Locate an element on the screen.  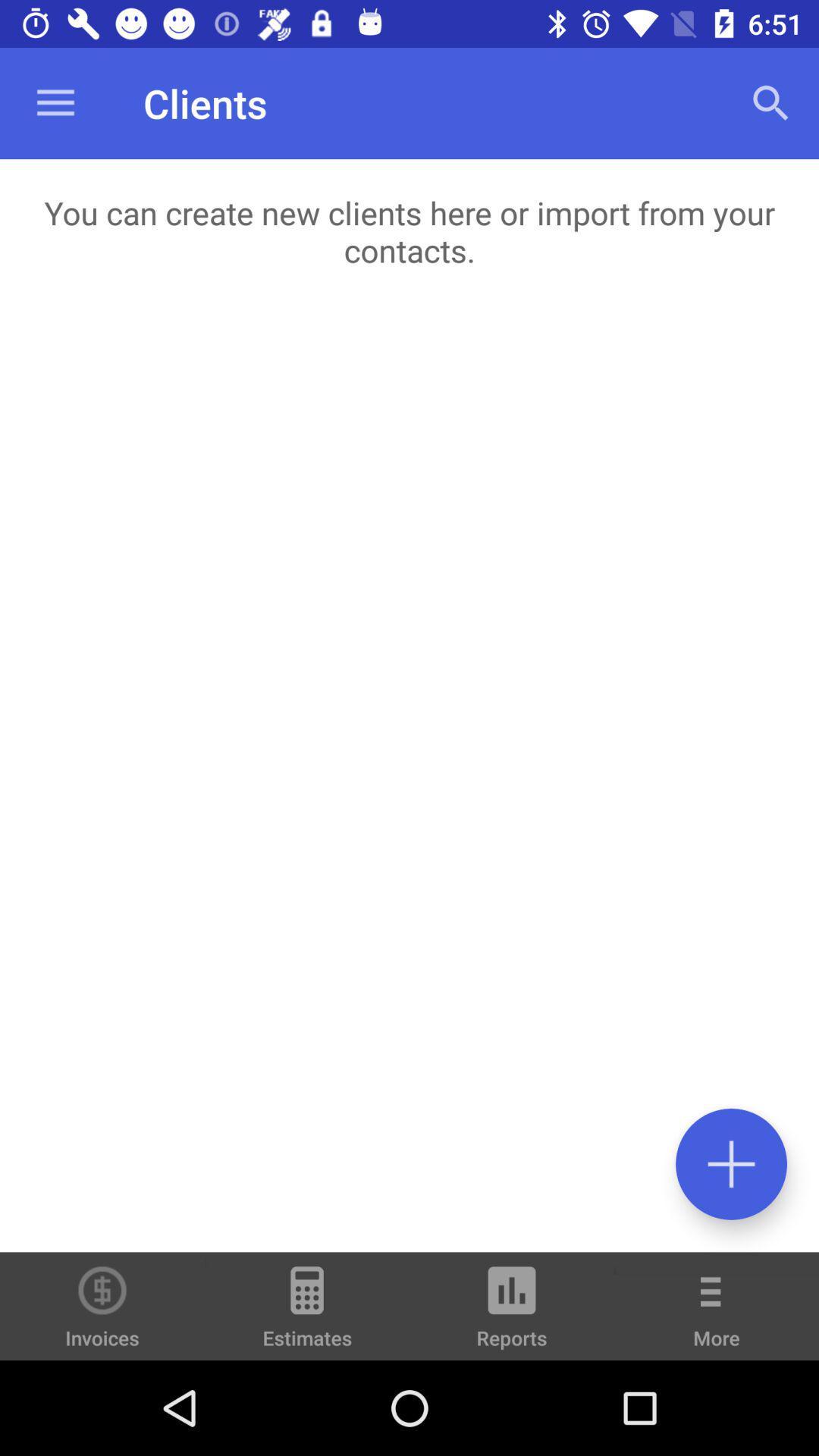
icon to the right of the reports item is located at coordinates (717, 1316).